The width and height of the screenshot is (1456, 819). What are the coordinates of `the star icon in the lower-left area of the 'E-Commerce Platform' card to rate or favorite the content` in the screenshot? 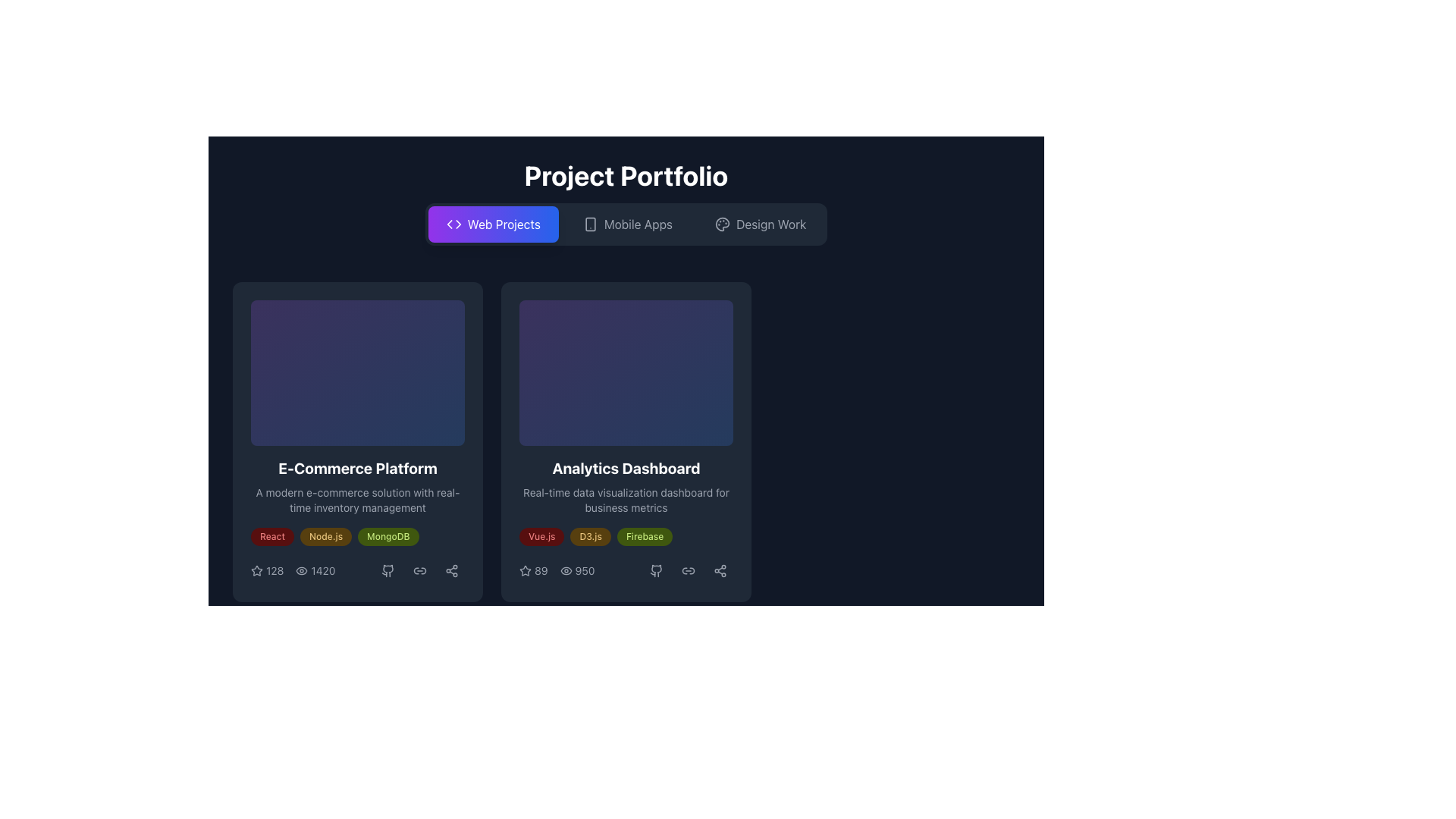 It's located at (267, 570).